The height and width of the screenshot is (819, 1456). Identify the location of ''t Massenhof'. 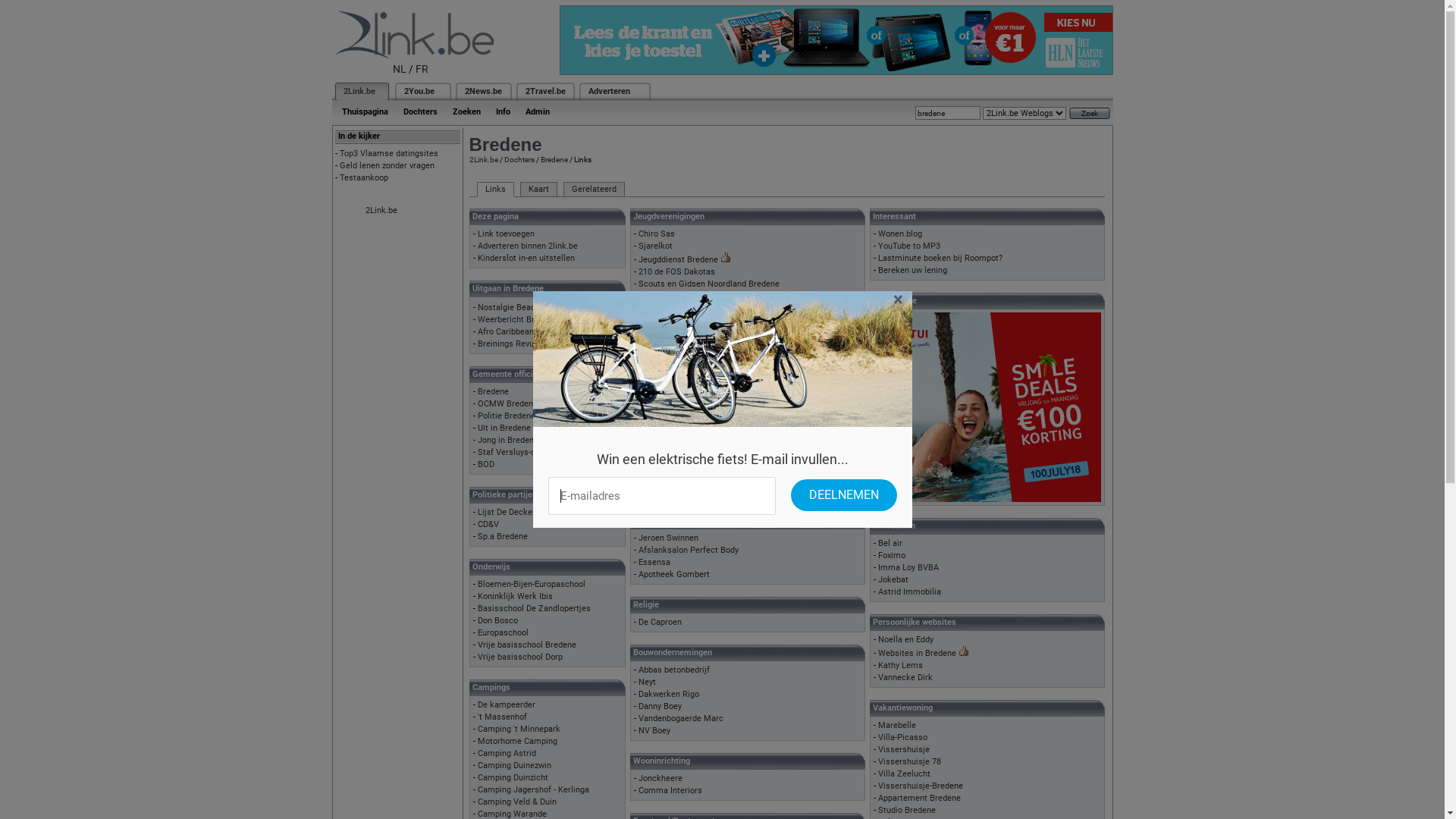
(502, 717).